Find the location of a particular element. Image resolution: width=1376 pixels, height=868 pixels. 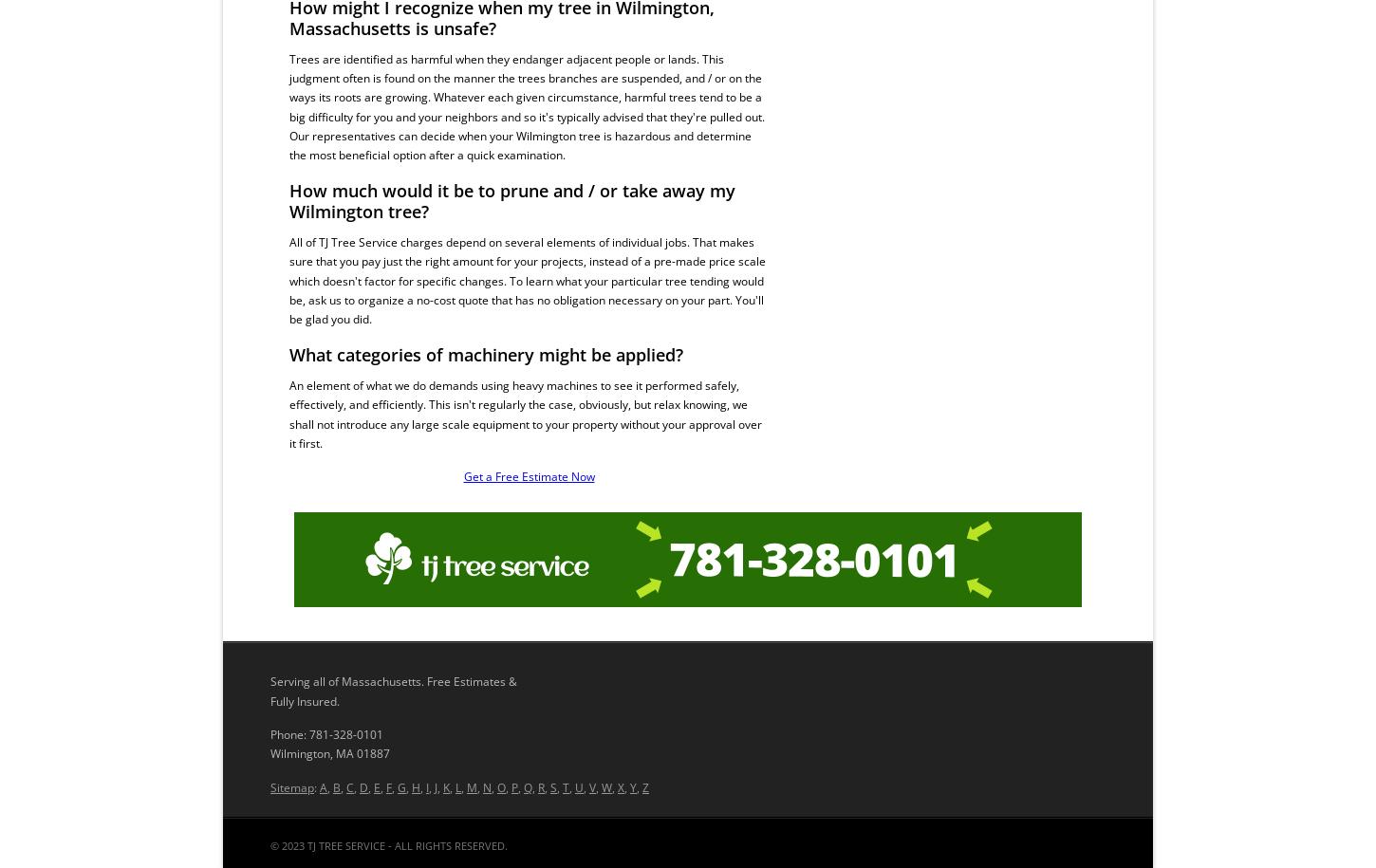

'D' is located at coordinates (359, 786).